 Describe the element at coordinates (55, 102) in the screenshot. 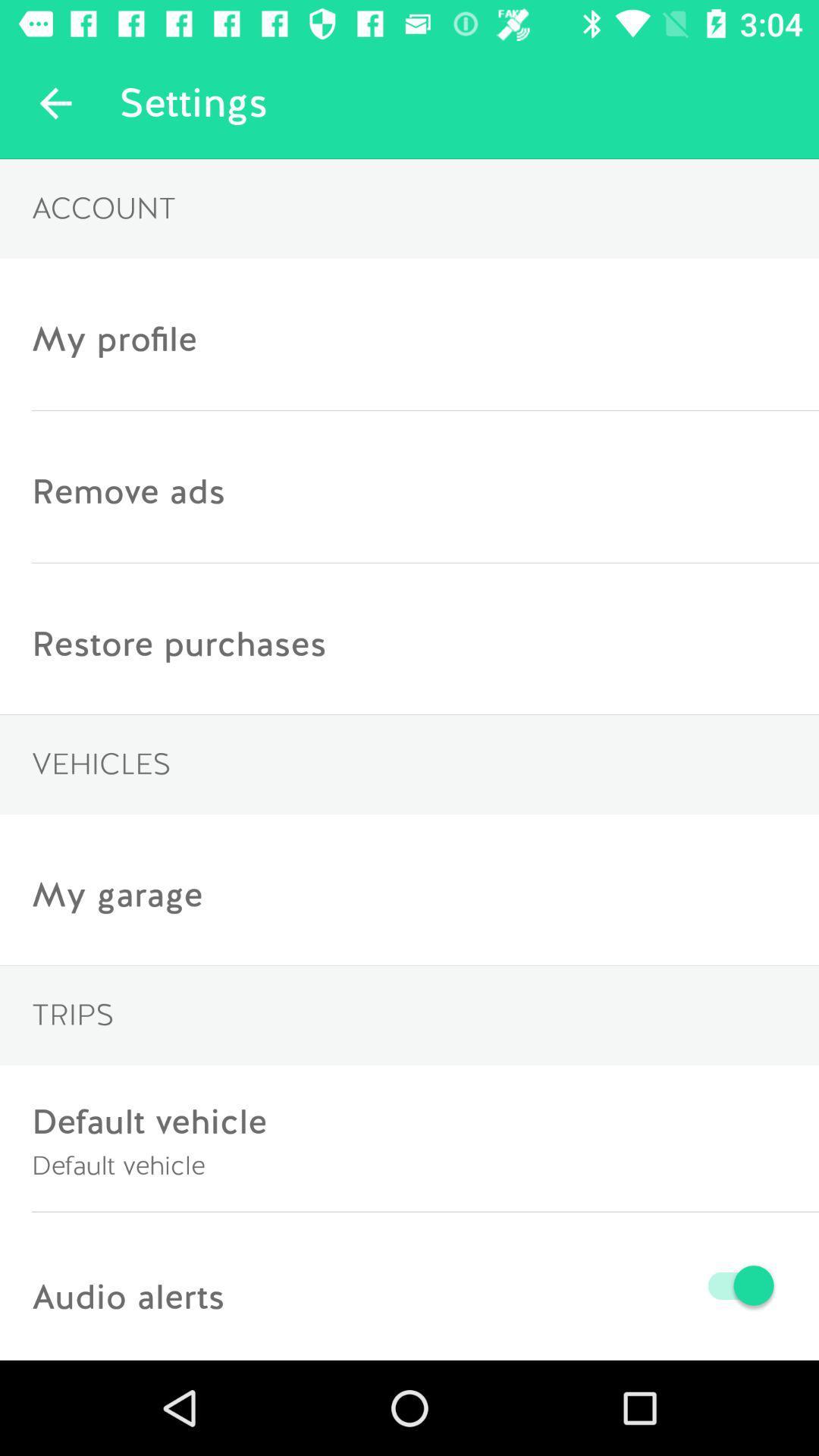

I see `icon to the left of settings icon` at that location.